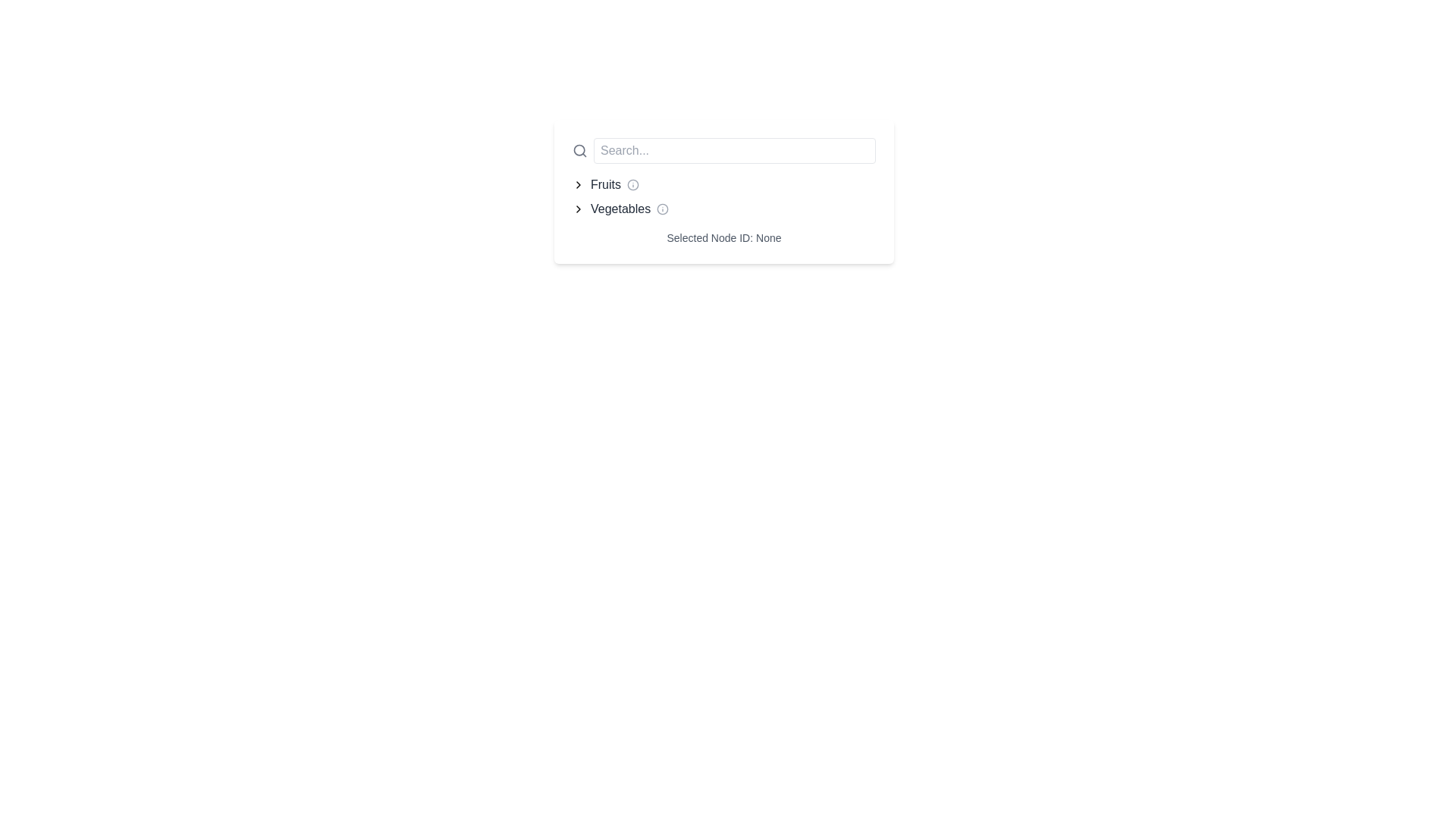 The width and height of the screenshot is (1456, 819). I want to click on the chevron icon, so click(578, 209).